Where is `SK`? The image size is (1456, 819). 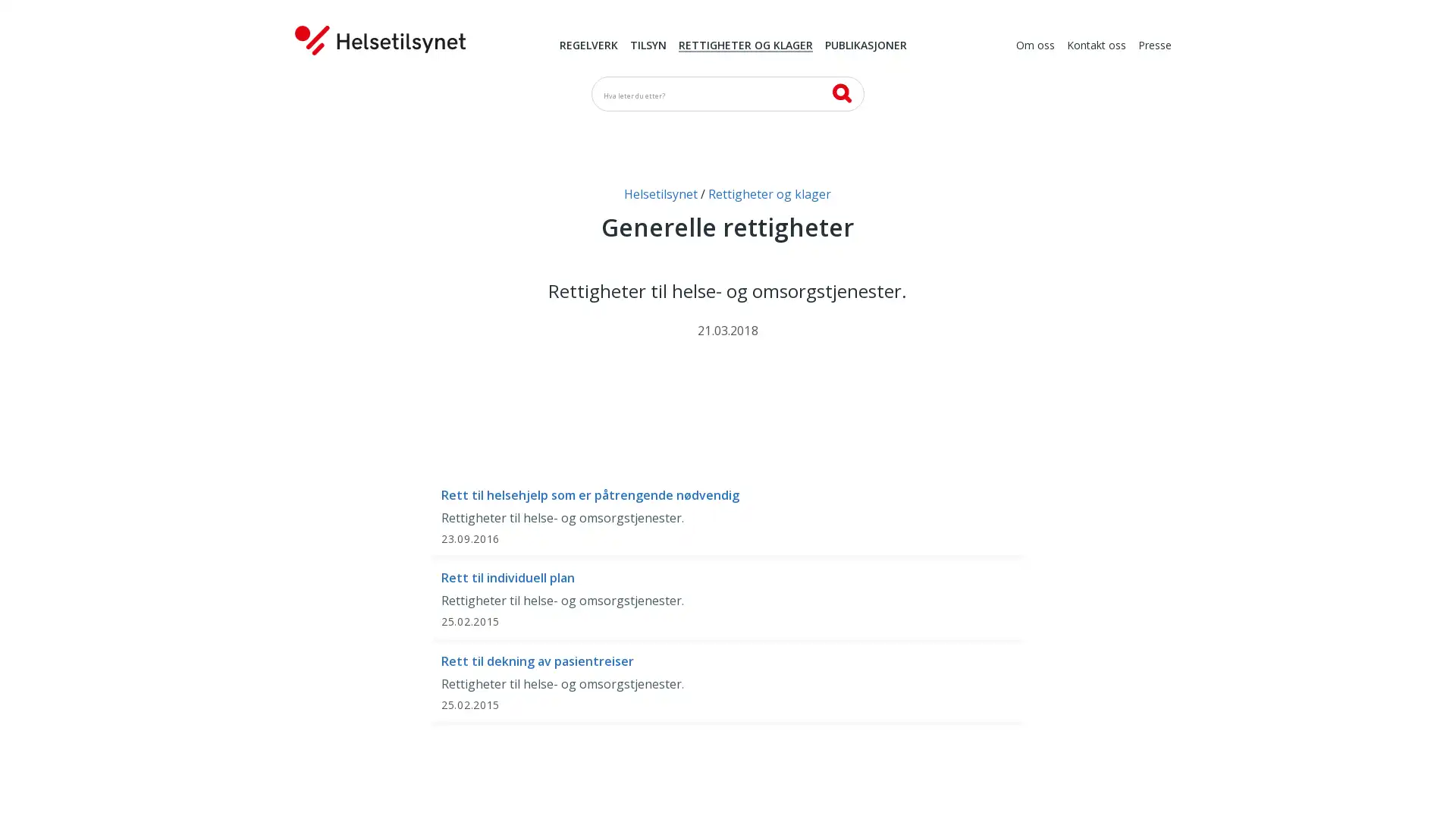 SK is located at coordinates (840, 93).